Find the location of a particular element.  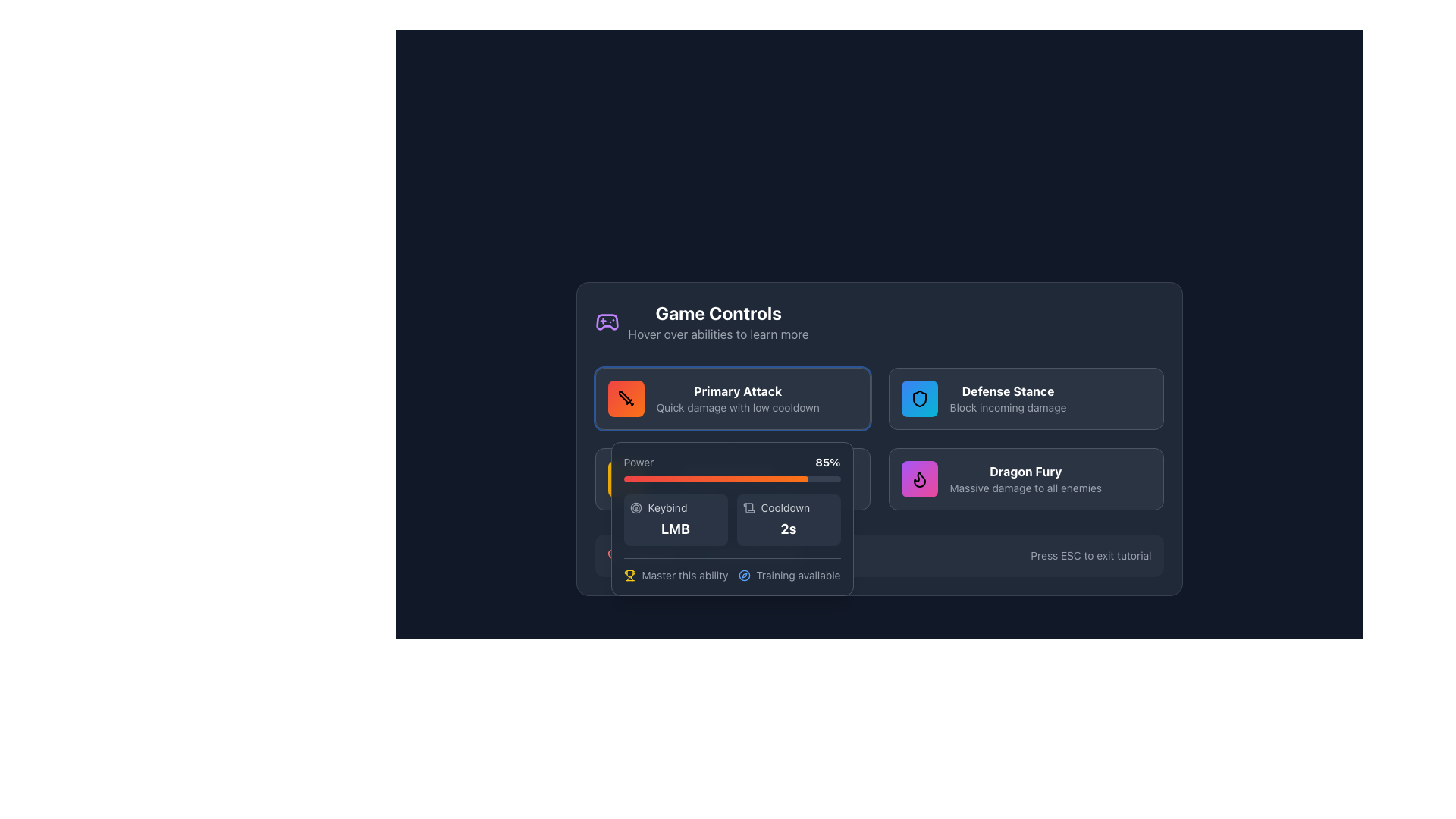

the informational message box that guides the user to press the ESC key to exit the tutorial is located at coordinates (879, 555).